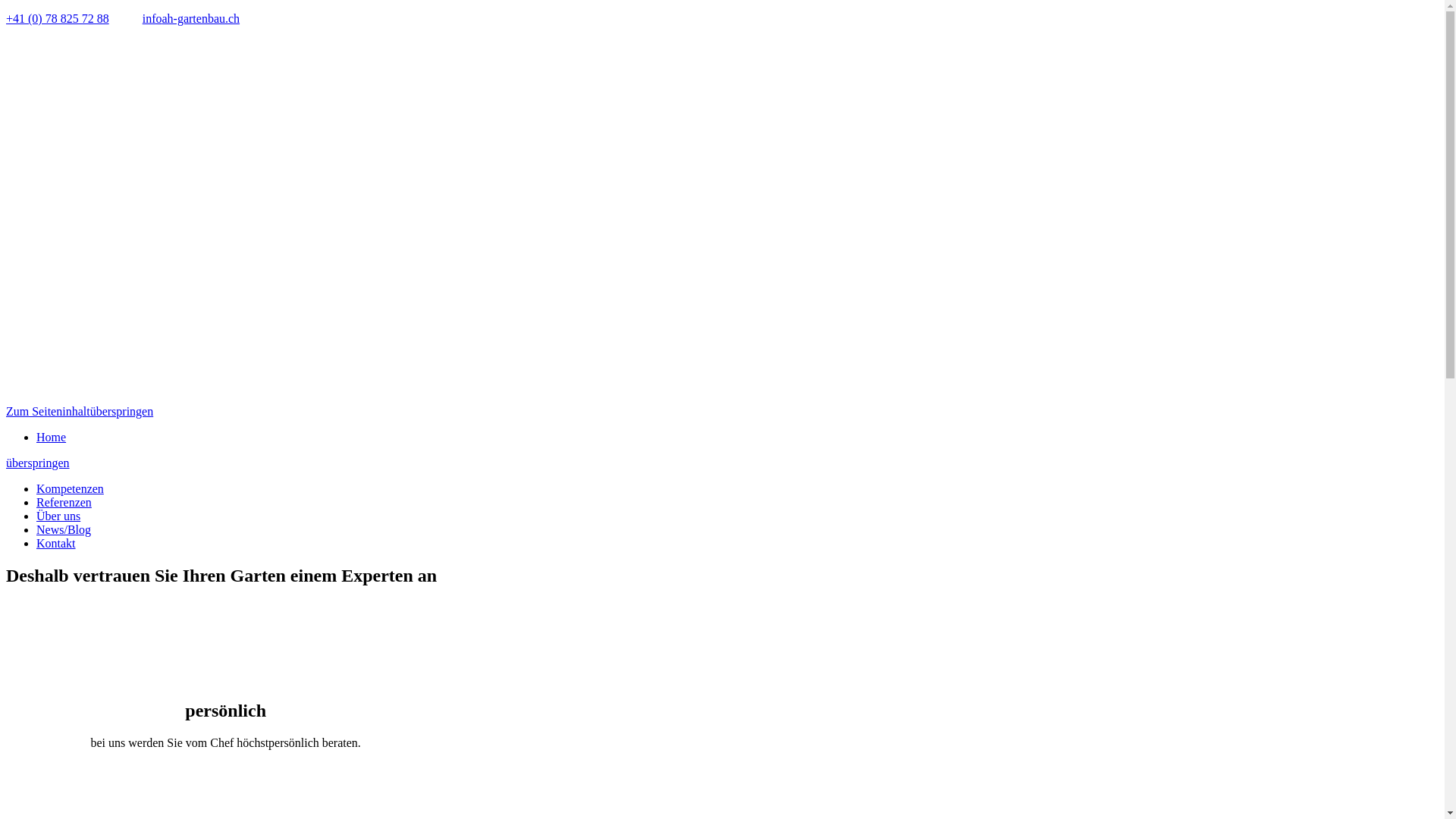  I want to click on '+41 (0) 78 825 72 88', so click(58, 18).